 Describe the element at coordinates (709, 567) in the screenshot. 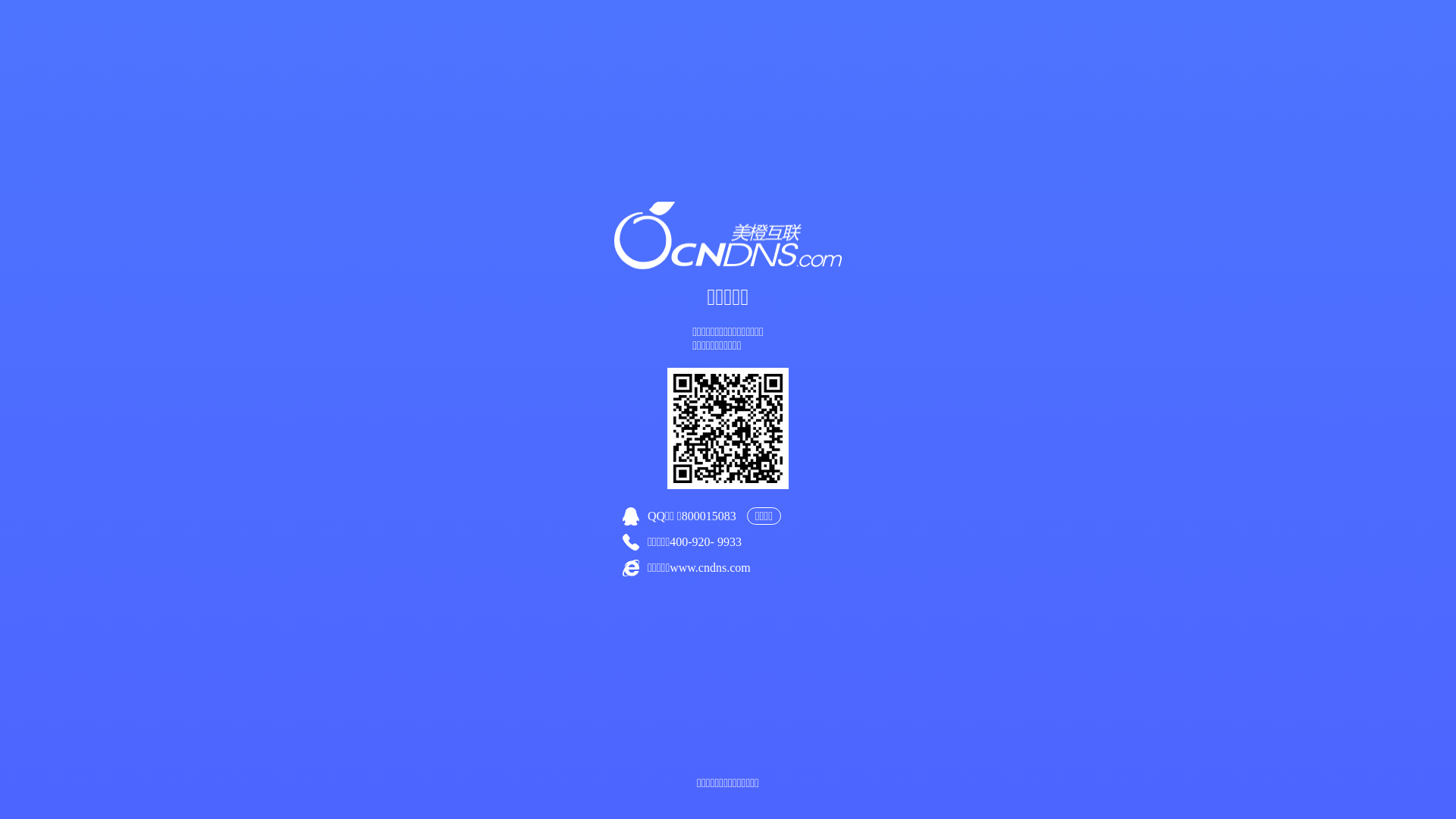

I see `'www.cndns.com'` at that location.